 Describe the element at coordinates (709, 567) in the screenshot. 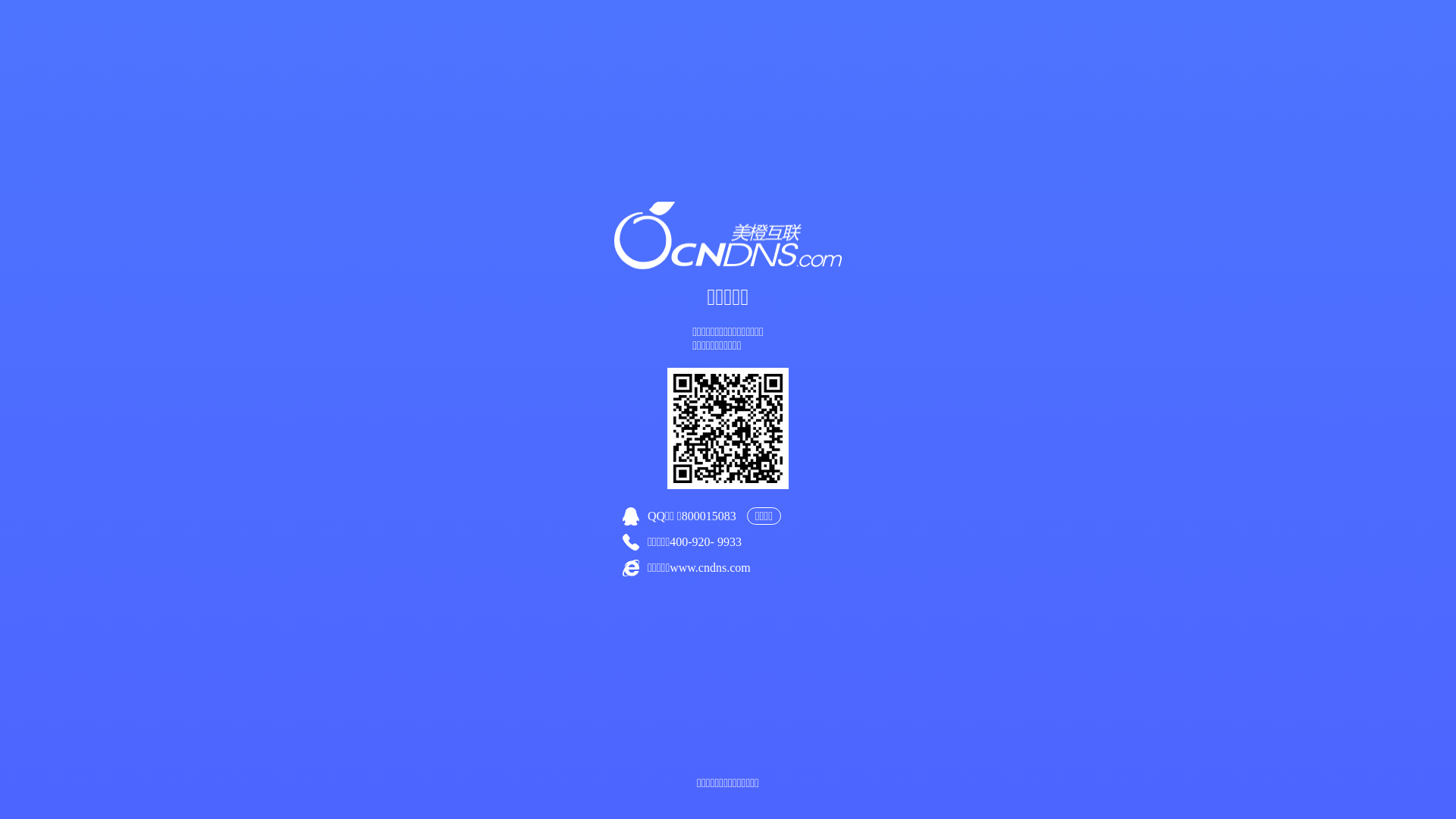

I see `'www.cndns.com'` at that location.